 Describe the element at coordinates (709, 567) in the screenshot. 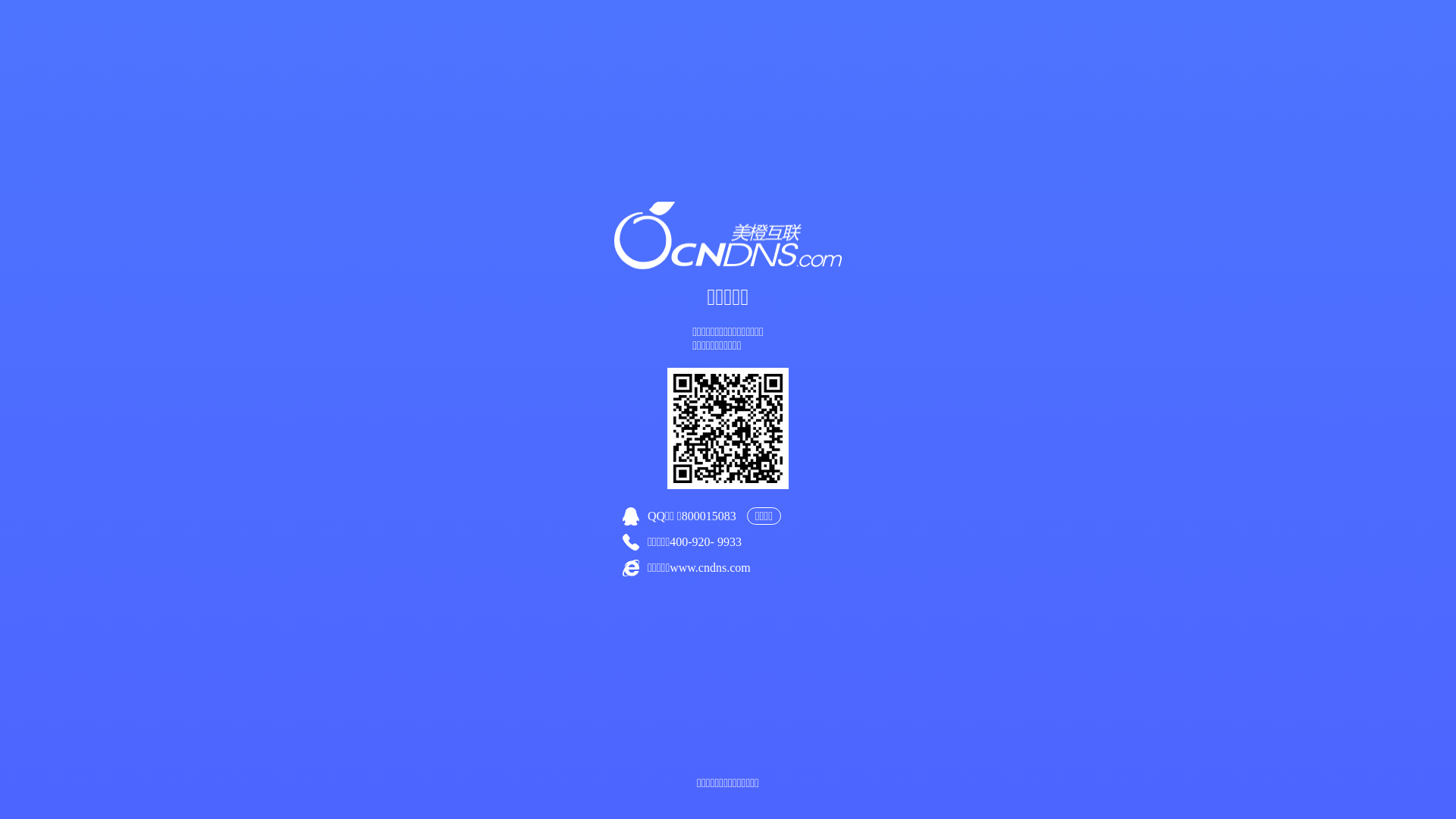

I see `'www.cndns.com'` at that location.